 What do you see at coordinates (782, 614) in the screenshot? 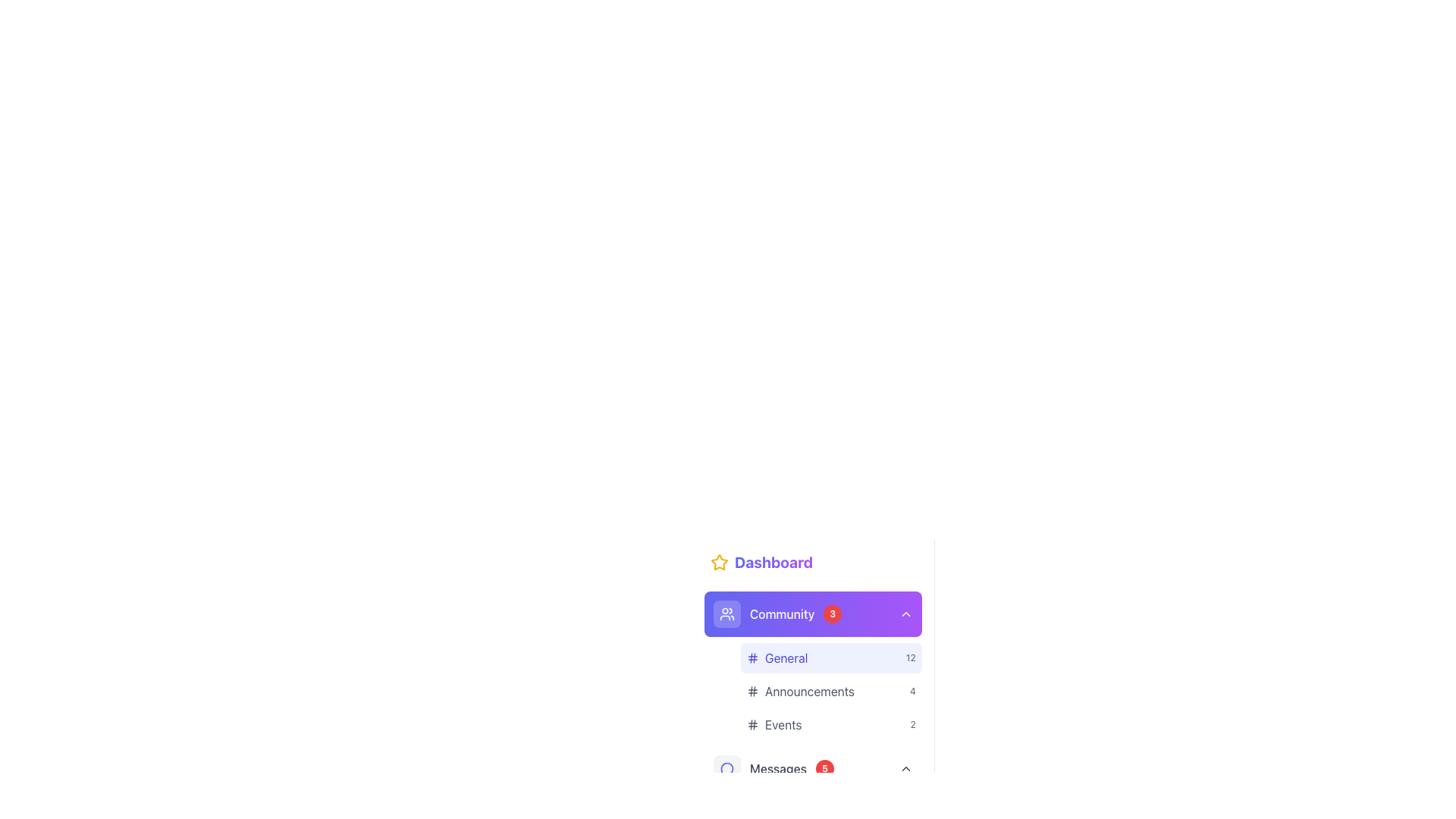
I see `the 'Community' text label in the navigation menu` at bounding box center [782, 614].